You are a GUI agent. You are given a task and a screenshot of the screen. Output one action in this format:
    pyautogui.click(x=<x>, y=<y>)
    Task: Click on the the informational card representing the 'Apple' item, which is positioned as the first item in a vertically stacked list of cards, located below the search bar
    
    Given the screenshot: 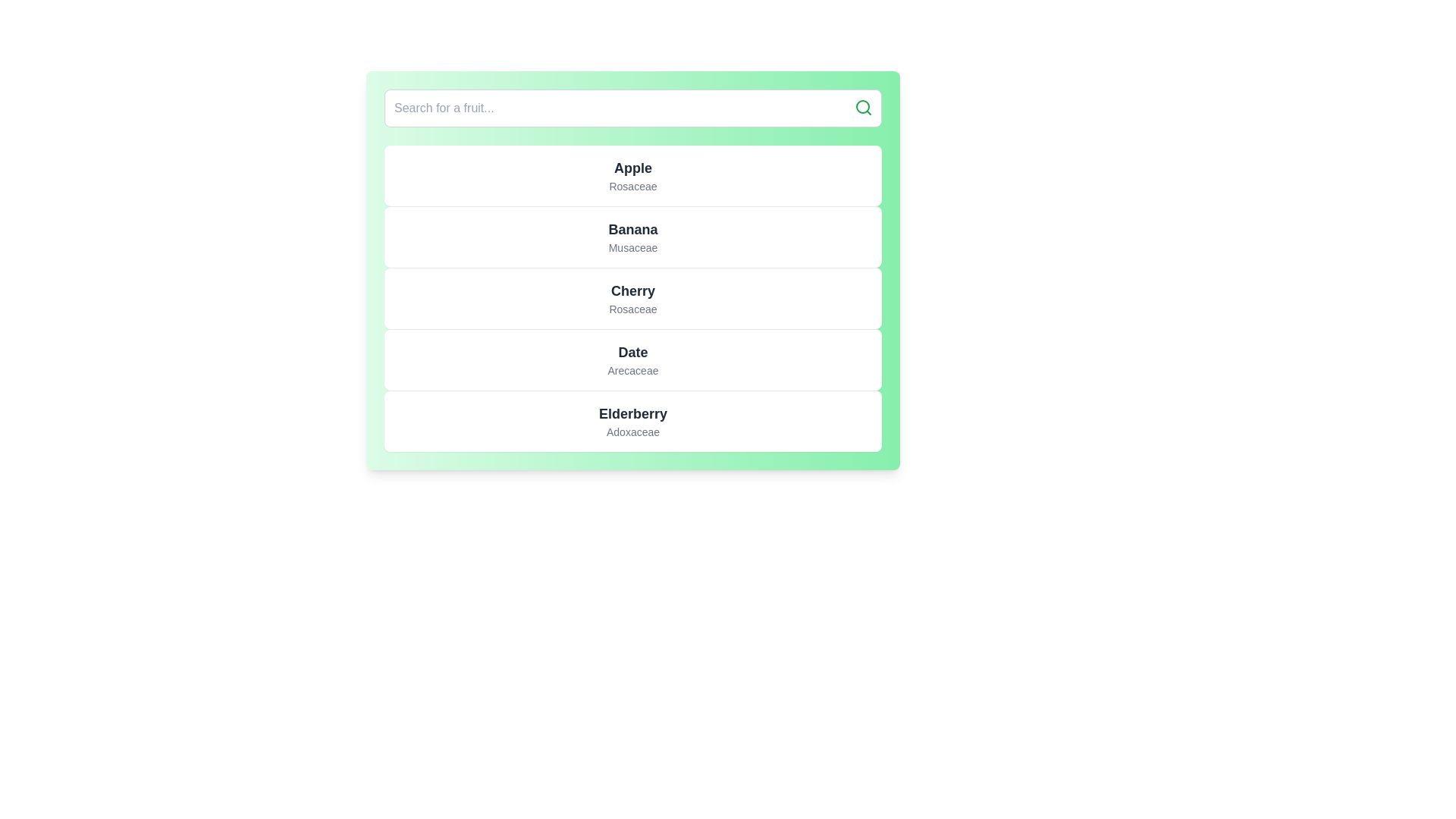 What is the action you would take?
    pyautogui.click(x=633, y=174)
    